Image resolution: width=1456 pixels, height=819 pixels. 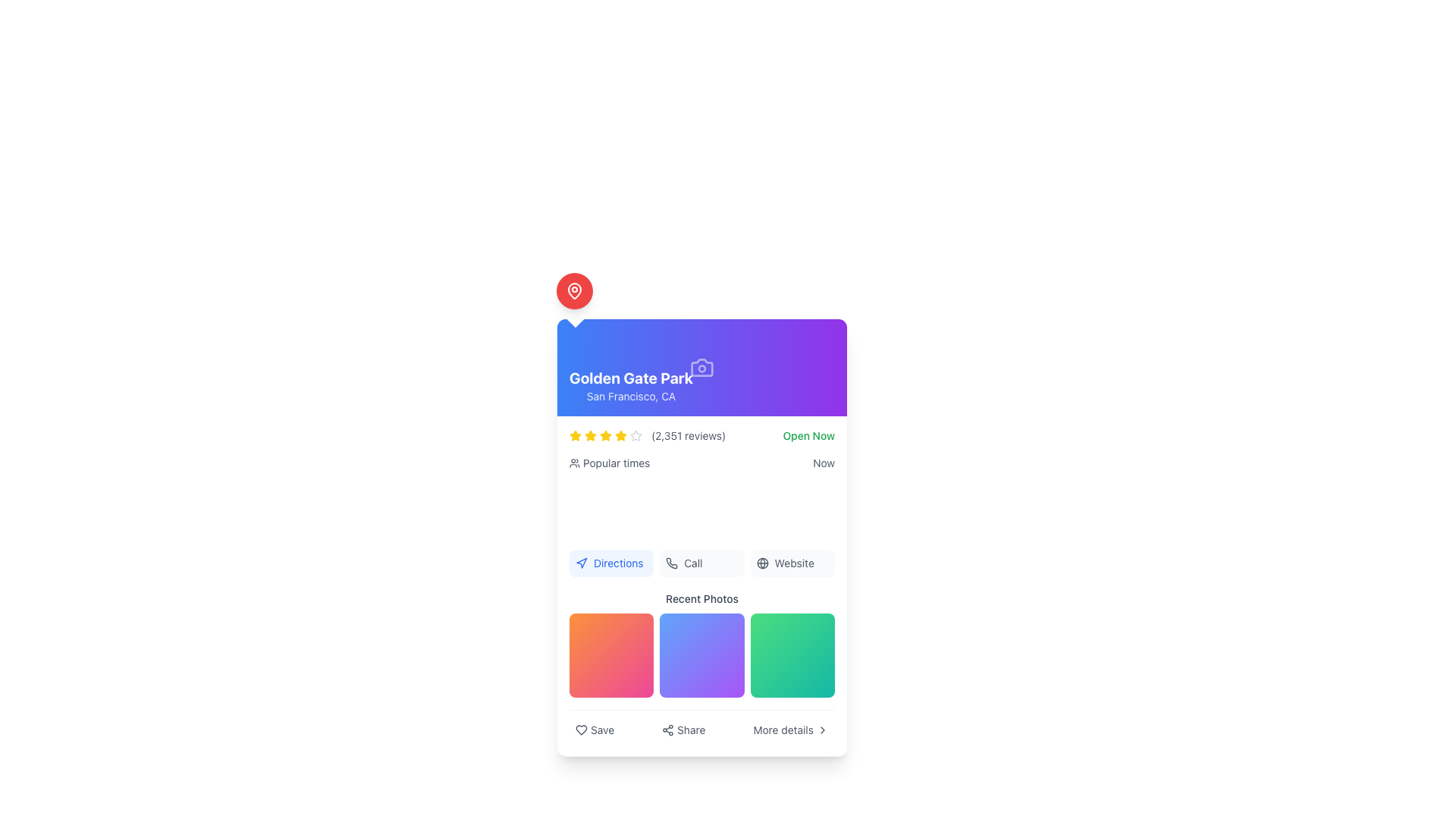 What do you see at coordinates (581, 730) in the screenshot?
I see `the heart icon located at the bottom left section of the card interface` at bounding box center [581, 730].